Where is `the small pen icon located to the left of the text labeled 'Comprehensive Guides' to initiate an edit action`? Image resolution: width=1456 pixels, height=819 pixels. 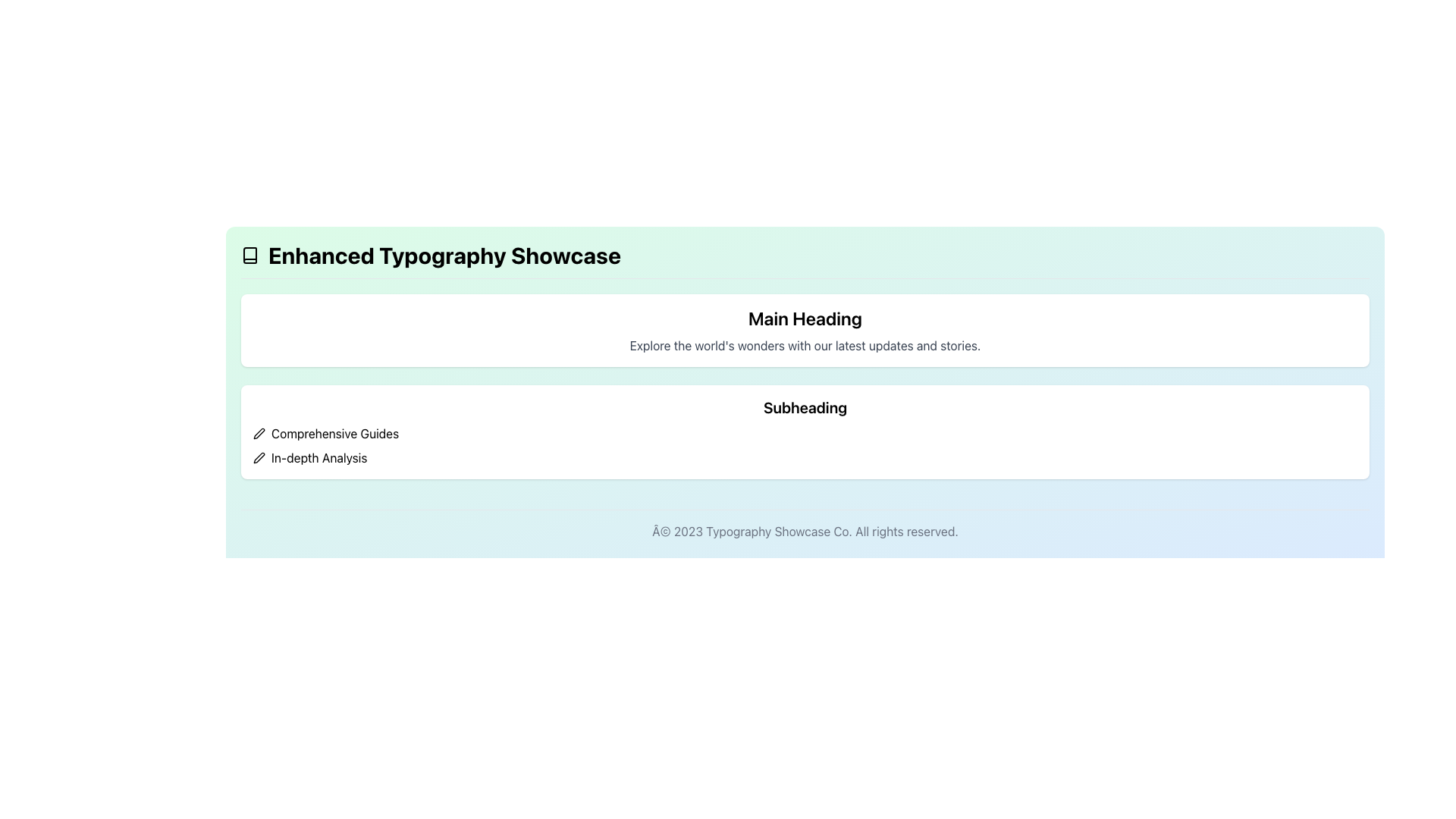
the small pen icon located to the left of the text labeled 'Comprehensive Guides' to initiate an edit action is located at coordinates (259, 433).